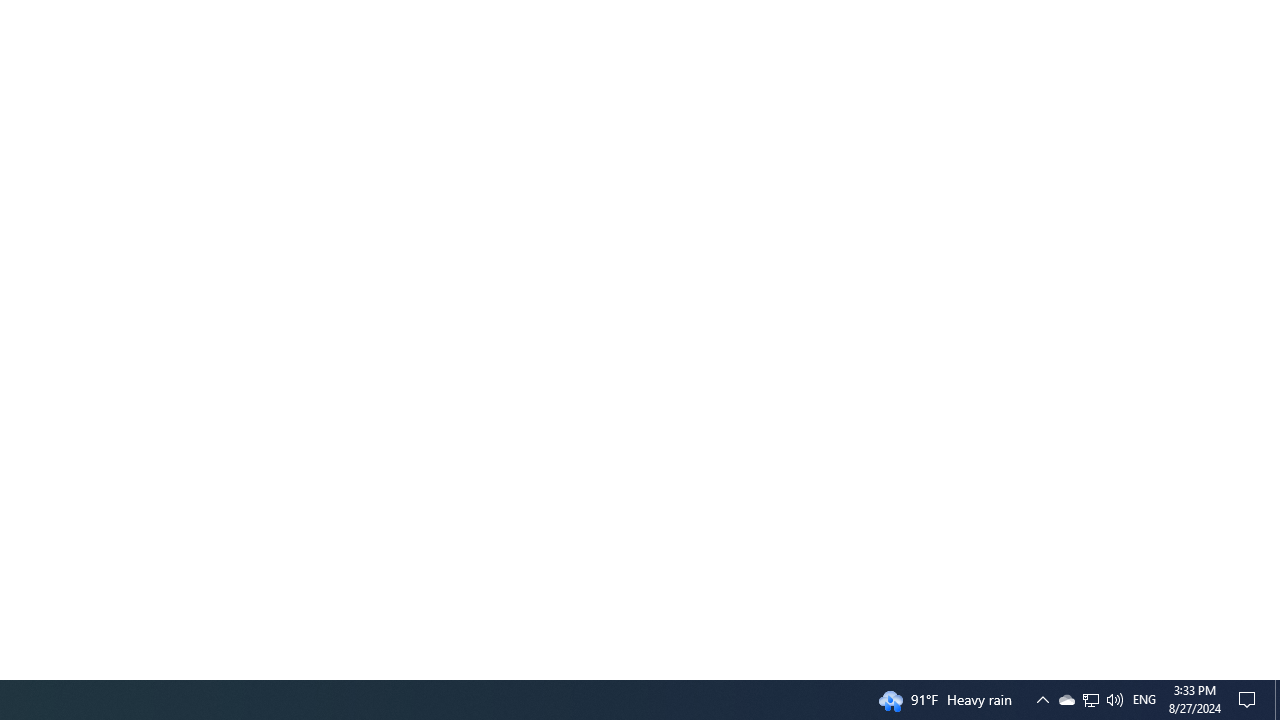 Image resolution: width=1280 pixels, height=720 pixels. What do you see at coordinates (1250, 698) in the screenshot?
I see `'Show desktop'` at bounding box center [1250, 698].